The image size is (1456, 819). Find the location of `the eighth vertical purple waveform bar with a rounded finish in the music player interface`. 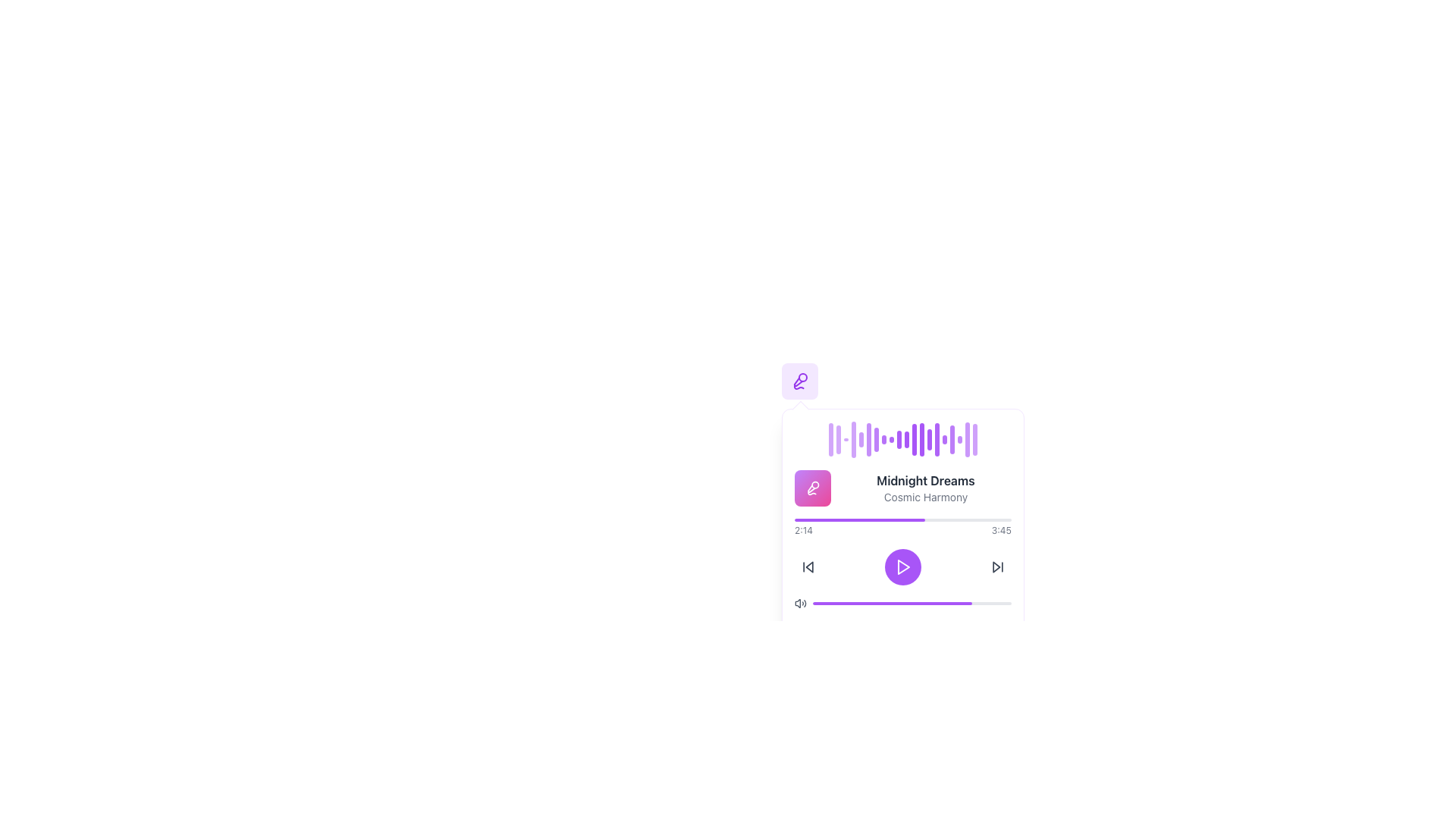

the eighth vertical purple waveform bar with a rounded finish in the music player interface is located at coordinates (884, 439).